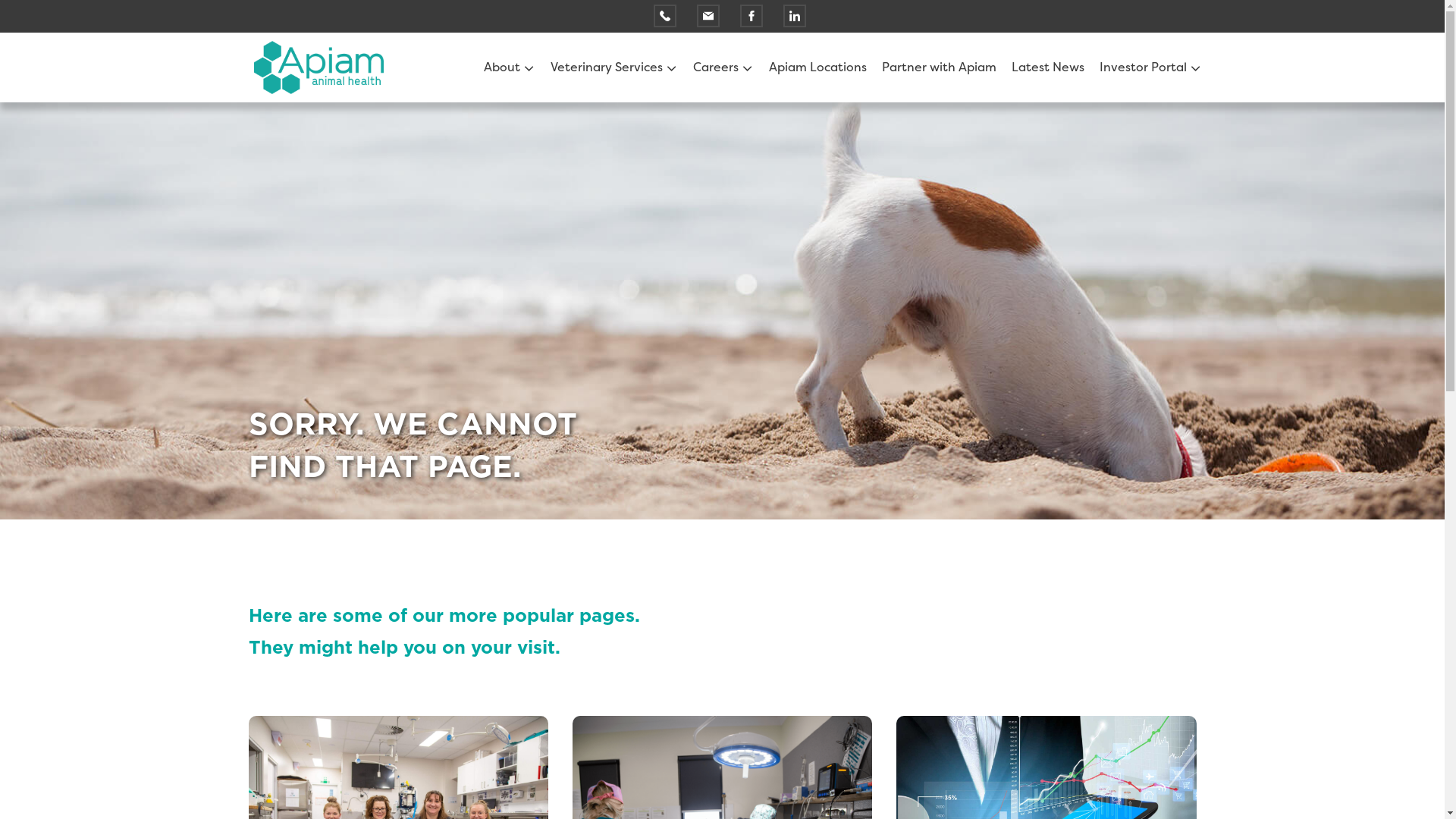 The width and height of the screenshot is (1456, 819). I want to click on 'Apiam Locations', so click(817, 66).